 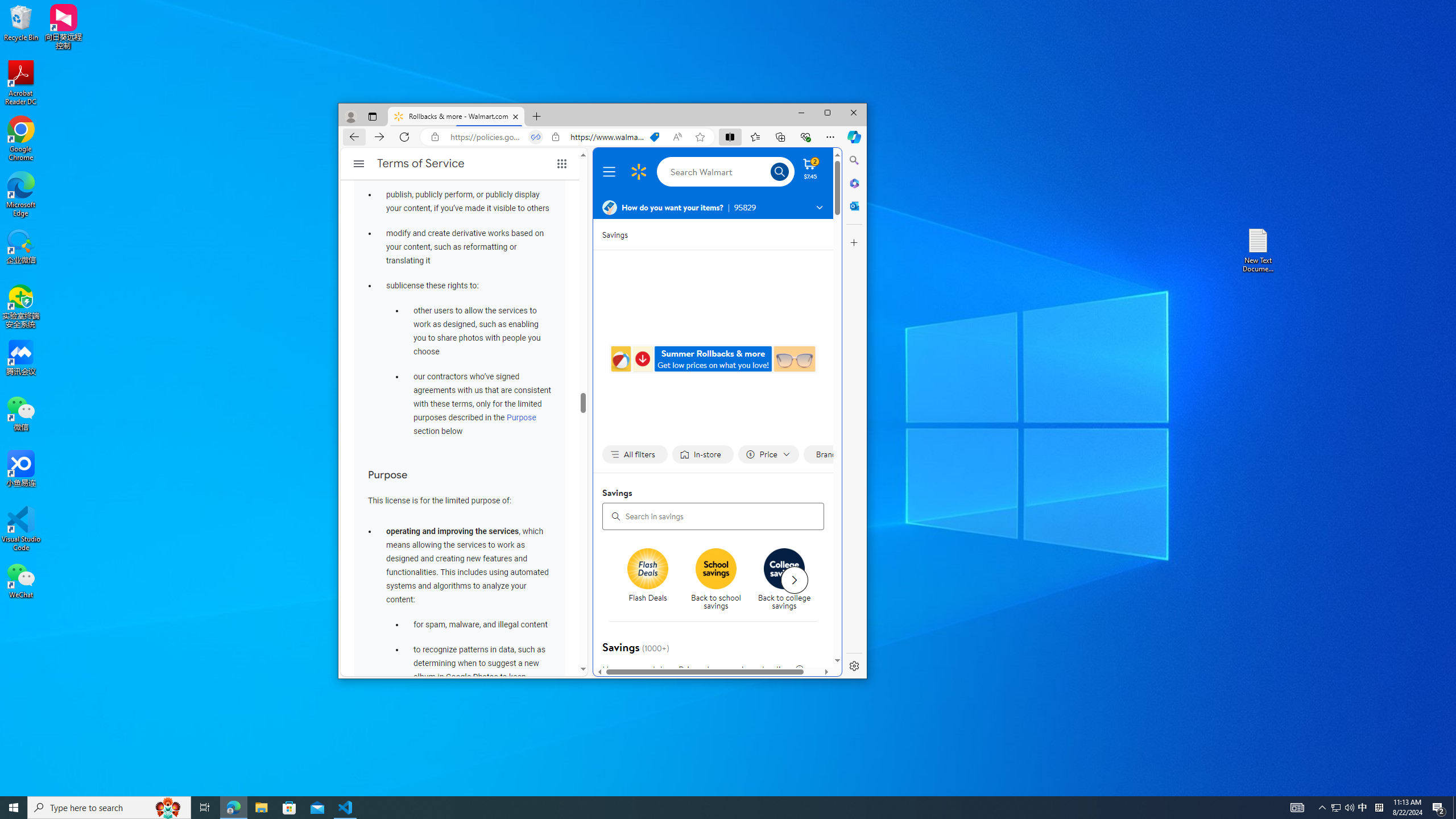 What do you see at coordinates (109, 806) in the screenshot?
I see `'Type here to search'` at bounding box center [109, 806].